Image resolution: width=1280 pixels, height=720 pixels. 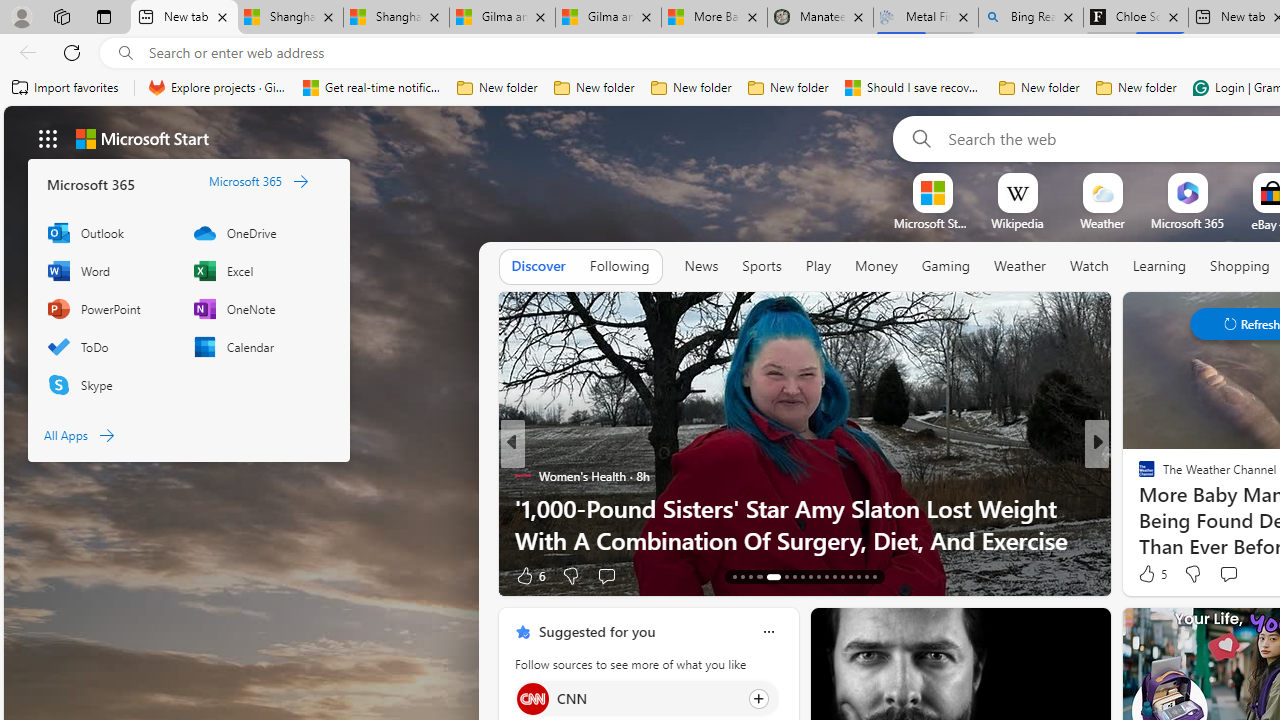 What do you see at coordinates (141, 137) in the screenshot?
I see `'Microsoft start'` at bounding box center [141, 137].